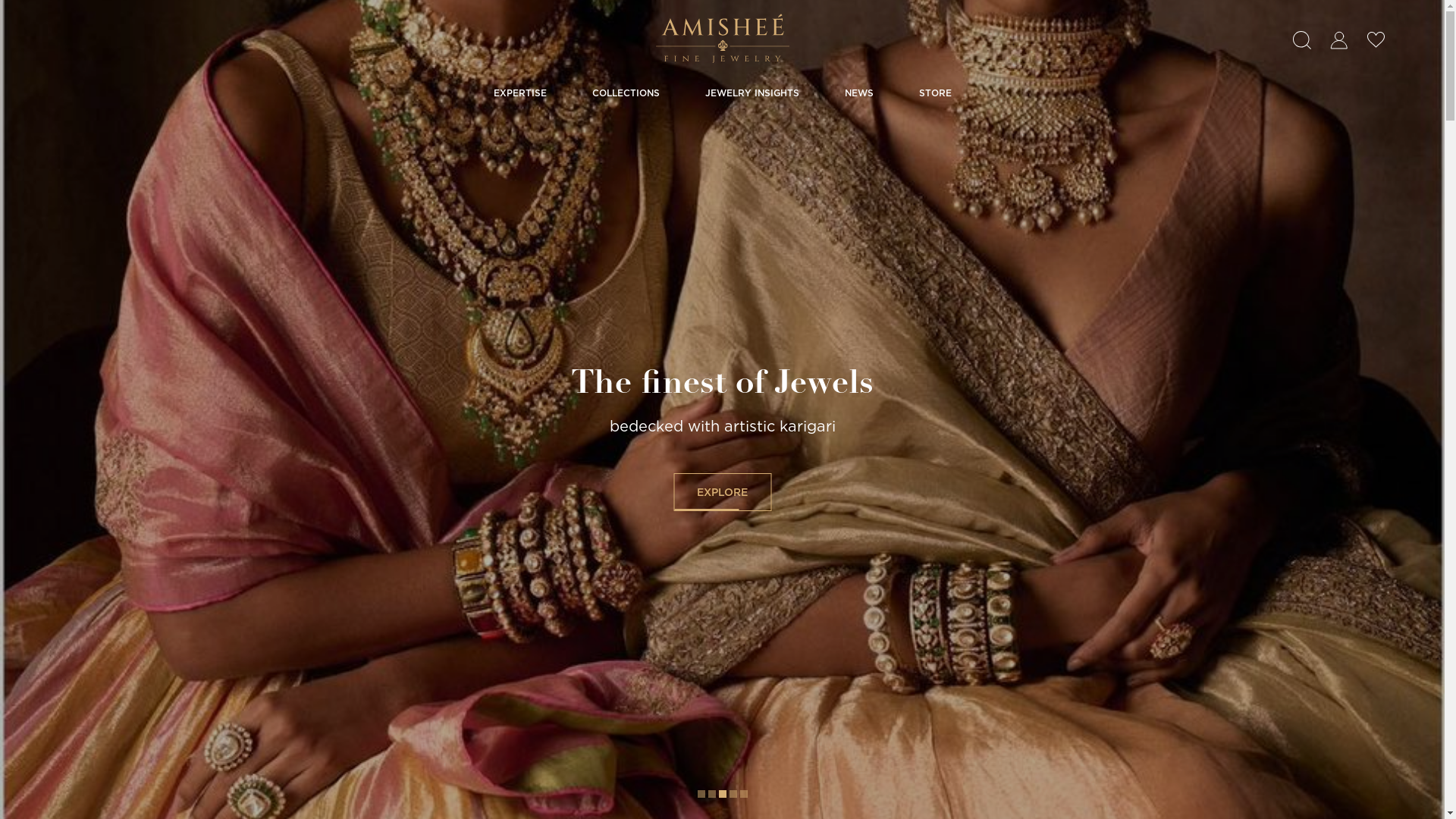 Image resolution: width=1456 pixels, height=819 pixels. What do you see at coordinates (625, 93) in the screenshot?
I see `'COLLECTIONS'` at bounding box center [625, 93].